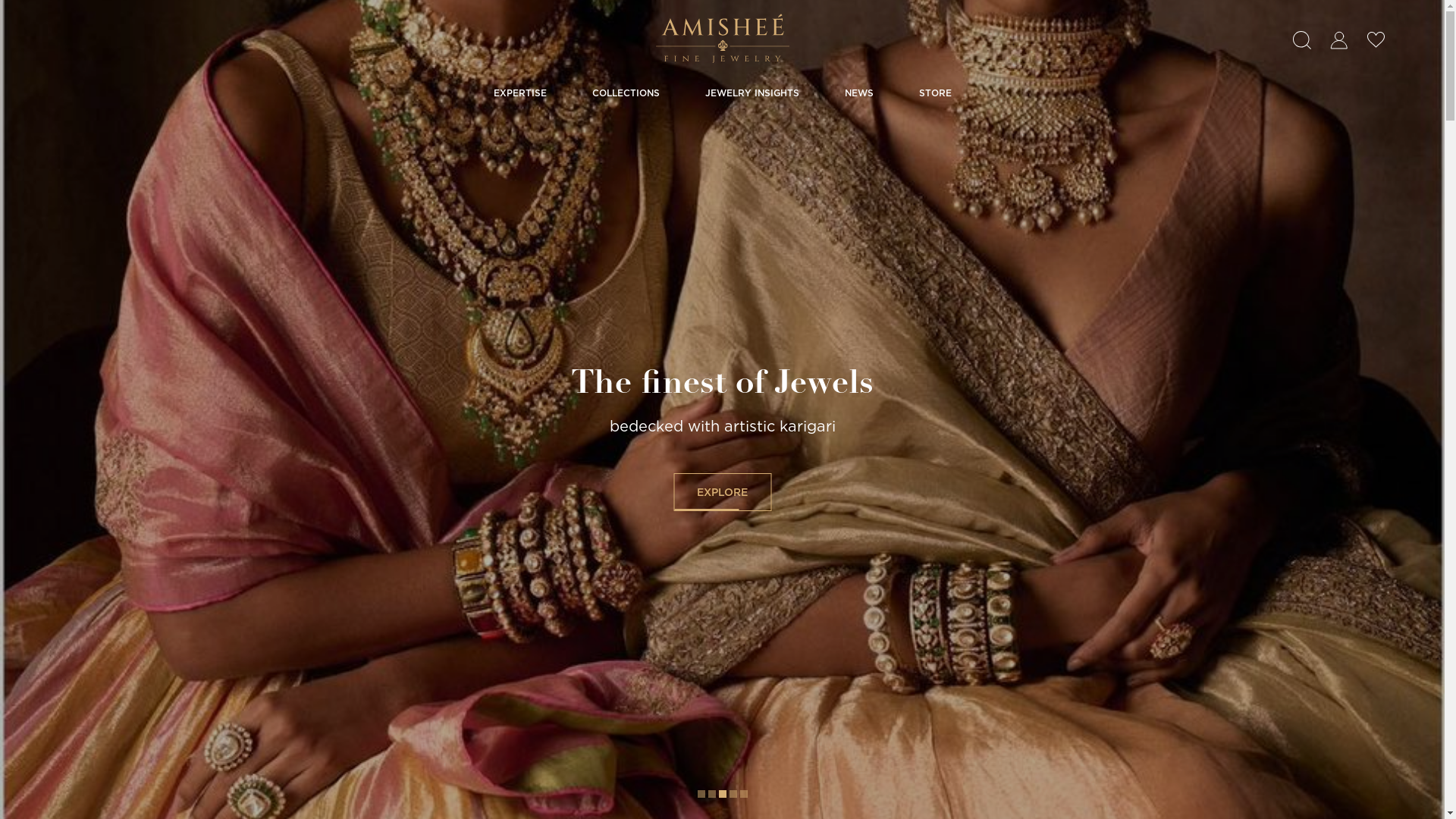 Image resolution: width=1456 pixels, height=819 pixels. What do you see at coordinates (625, 93) in the screenshot?
I see `'COLLECTIONS'` at bounding box center [625, 93].